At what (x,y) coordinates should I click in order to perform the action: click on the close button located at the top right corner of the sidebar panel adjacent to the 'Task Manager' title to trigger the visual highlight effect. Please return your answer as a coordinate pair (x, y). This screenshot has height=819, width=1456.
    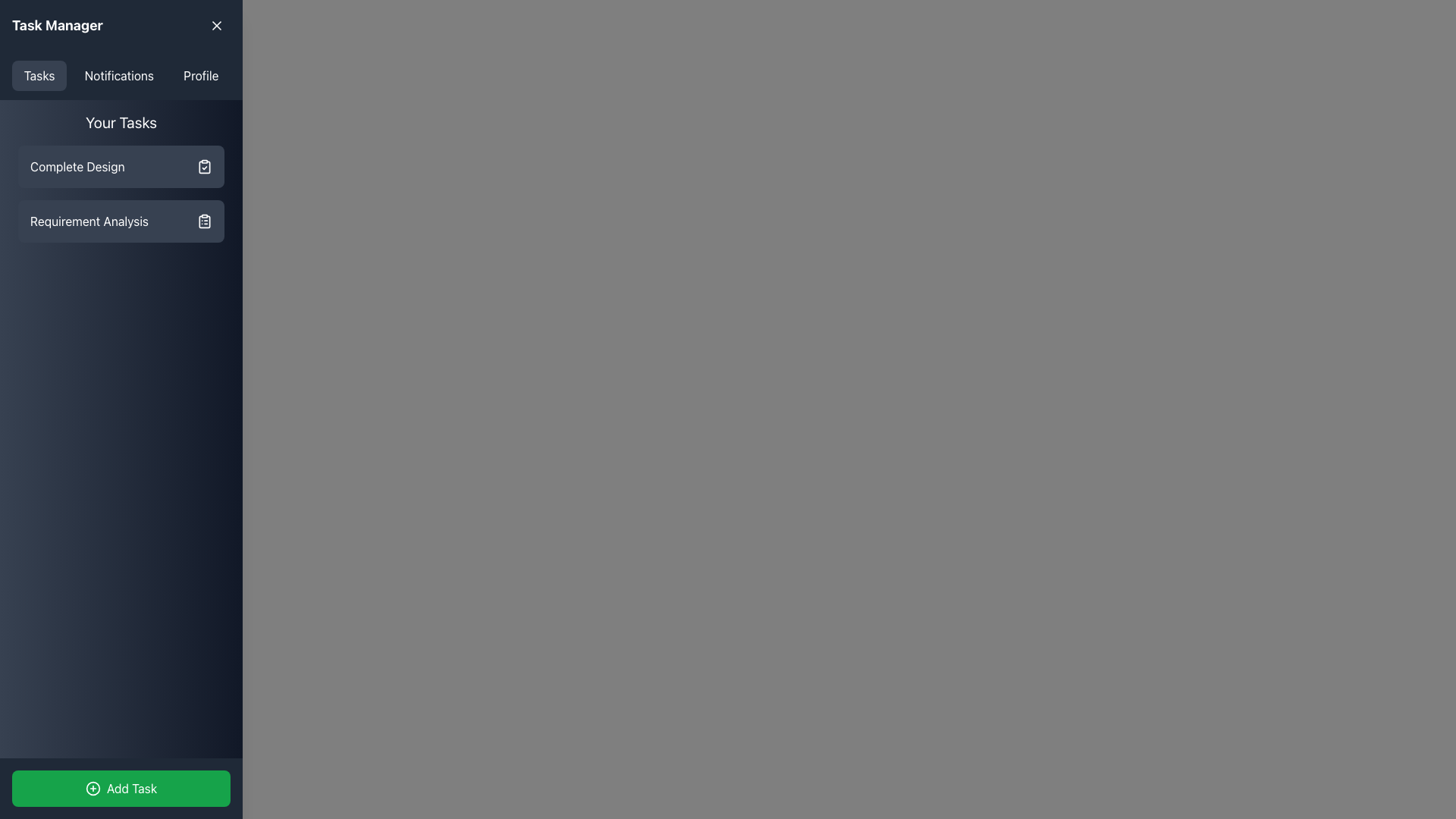
    Looking at the image, I should click on (216, 26).